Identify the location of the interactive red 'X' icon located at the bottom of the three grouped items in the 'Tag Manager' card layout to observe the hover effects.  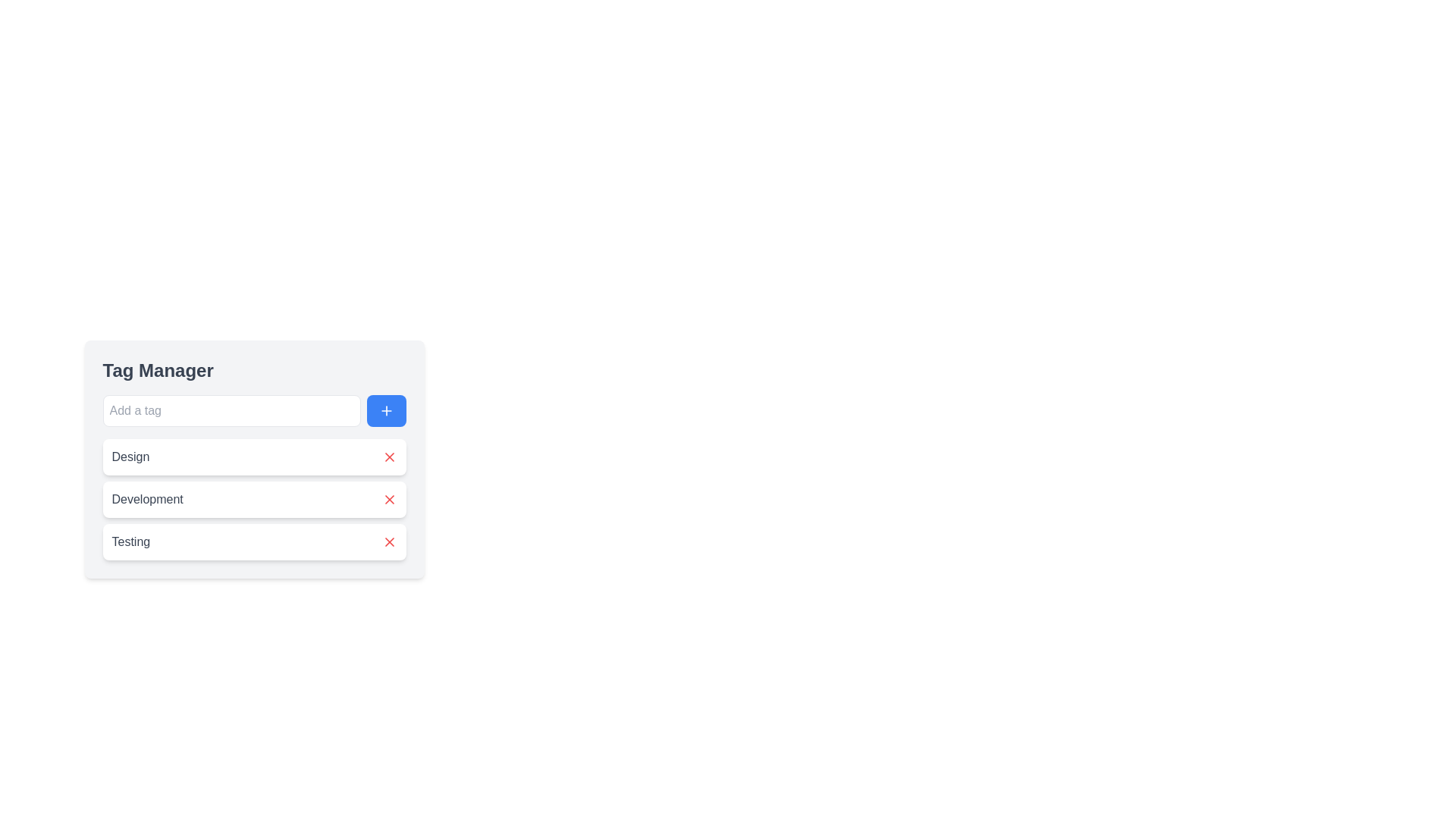
(389, 541).